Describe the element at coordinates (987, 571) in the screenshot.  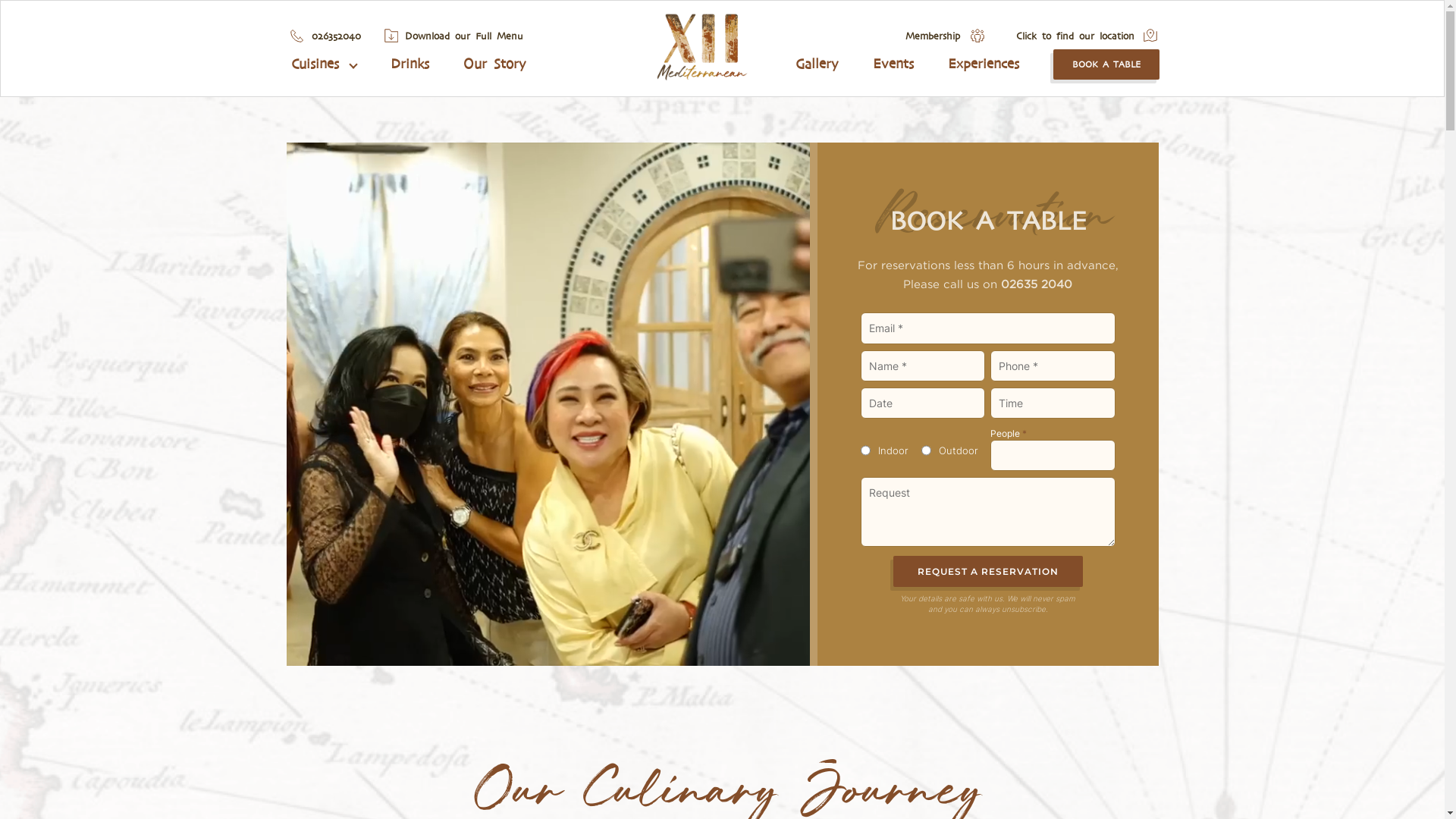
I see `'REQUEST A RESERVATION'` at that location.